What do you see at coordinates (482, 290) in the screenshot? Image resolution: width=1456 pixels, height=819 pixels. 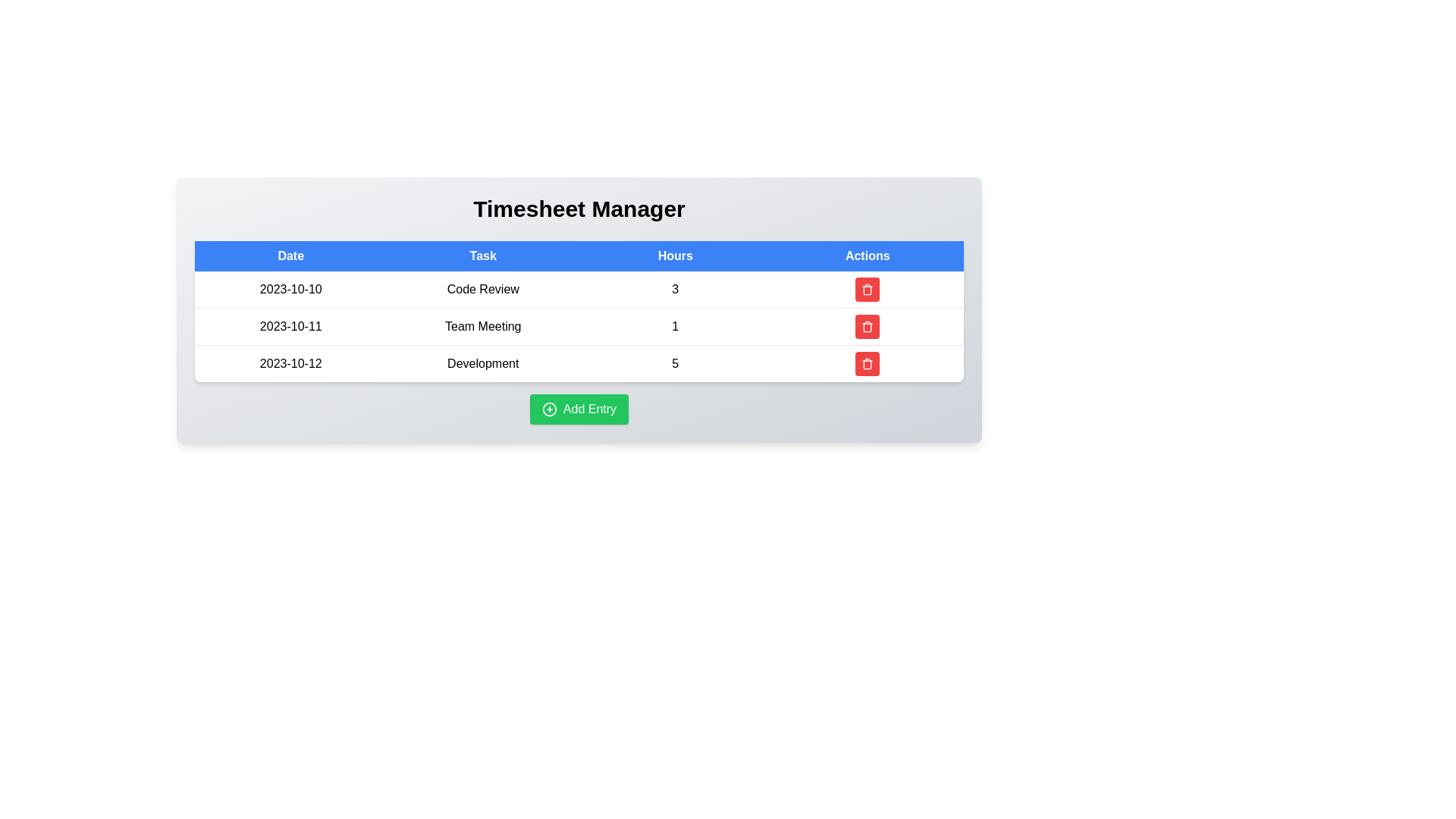 I see `the table cell representing the task 'Code Review' located in the second column of the first row, adjacent to the '2023-10-10' date cell and the '3' hours cell` at bounding box center [482, 290].